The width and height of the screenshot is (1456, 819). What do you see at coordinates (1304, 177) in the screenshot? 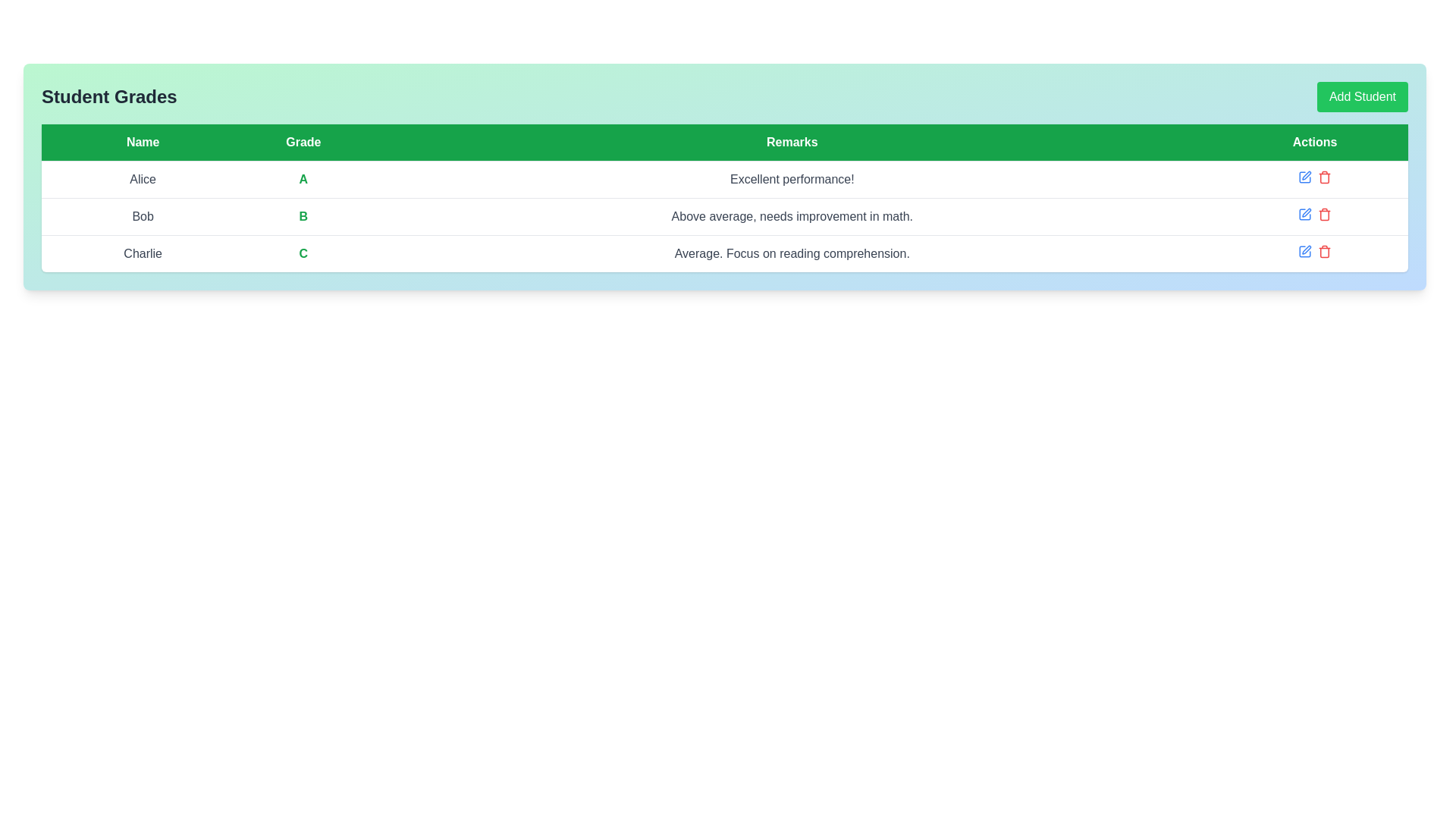
I see `the edit icon in the 'Actions' column of the table to initiate editing for the student Alice's information` at bounding box center [1304, 177].